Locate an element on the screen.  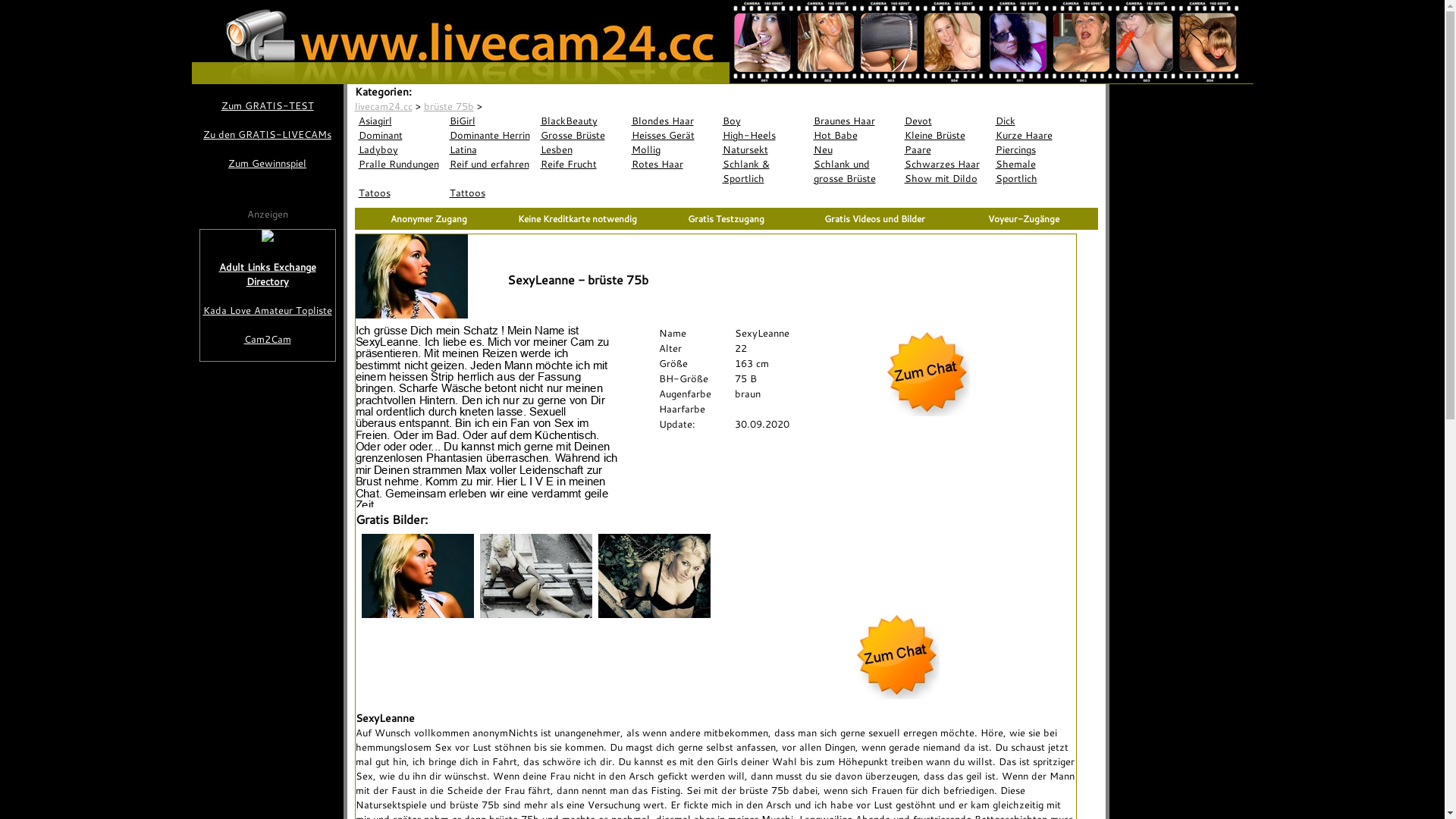
'Kurze Haare' is located at coordinates (1037, 134).